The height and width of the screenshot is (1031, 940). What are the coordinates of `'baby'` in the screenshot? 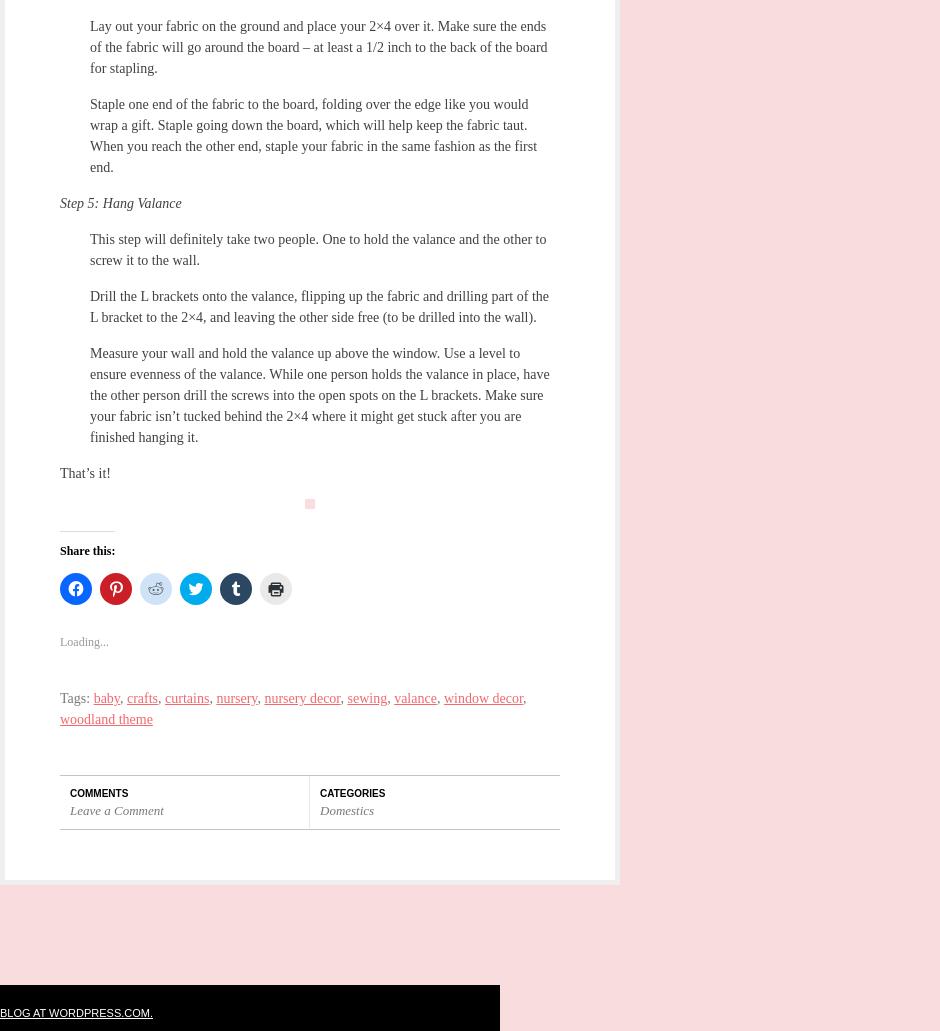 It's located at (106, 698).